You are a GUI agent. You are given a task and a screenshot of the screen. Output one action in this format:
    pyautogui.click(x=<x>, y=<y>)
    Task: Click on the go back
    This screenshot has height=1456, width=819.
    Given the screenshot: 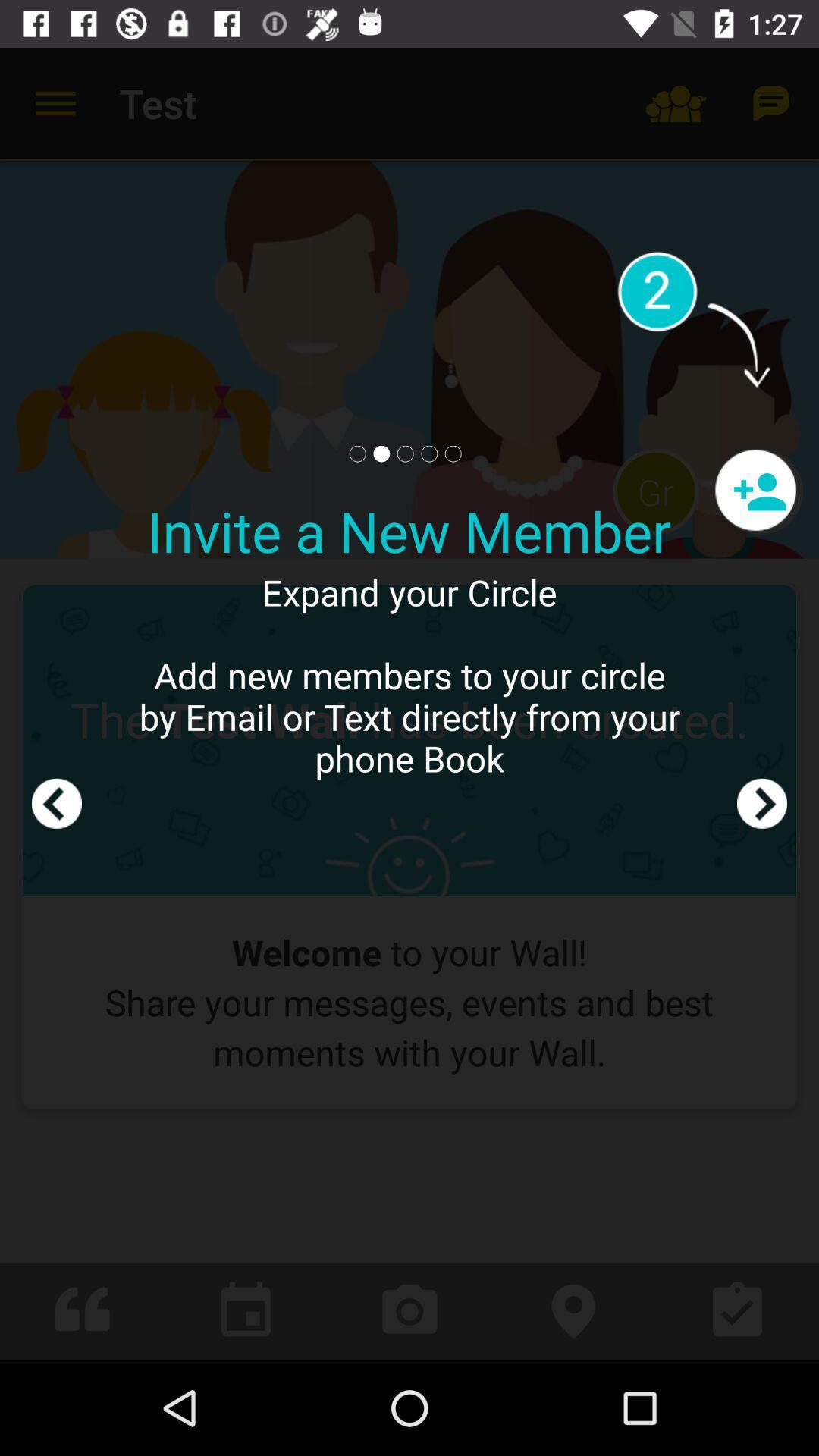 What is the action you would take?
    pyautogui.click(x=55, y=703)
    